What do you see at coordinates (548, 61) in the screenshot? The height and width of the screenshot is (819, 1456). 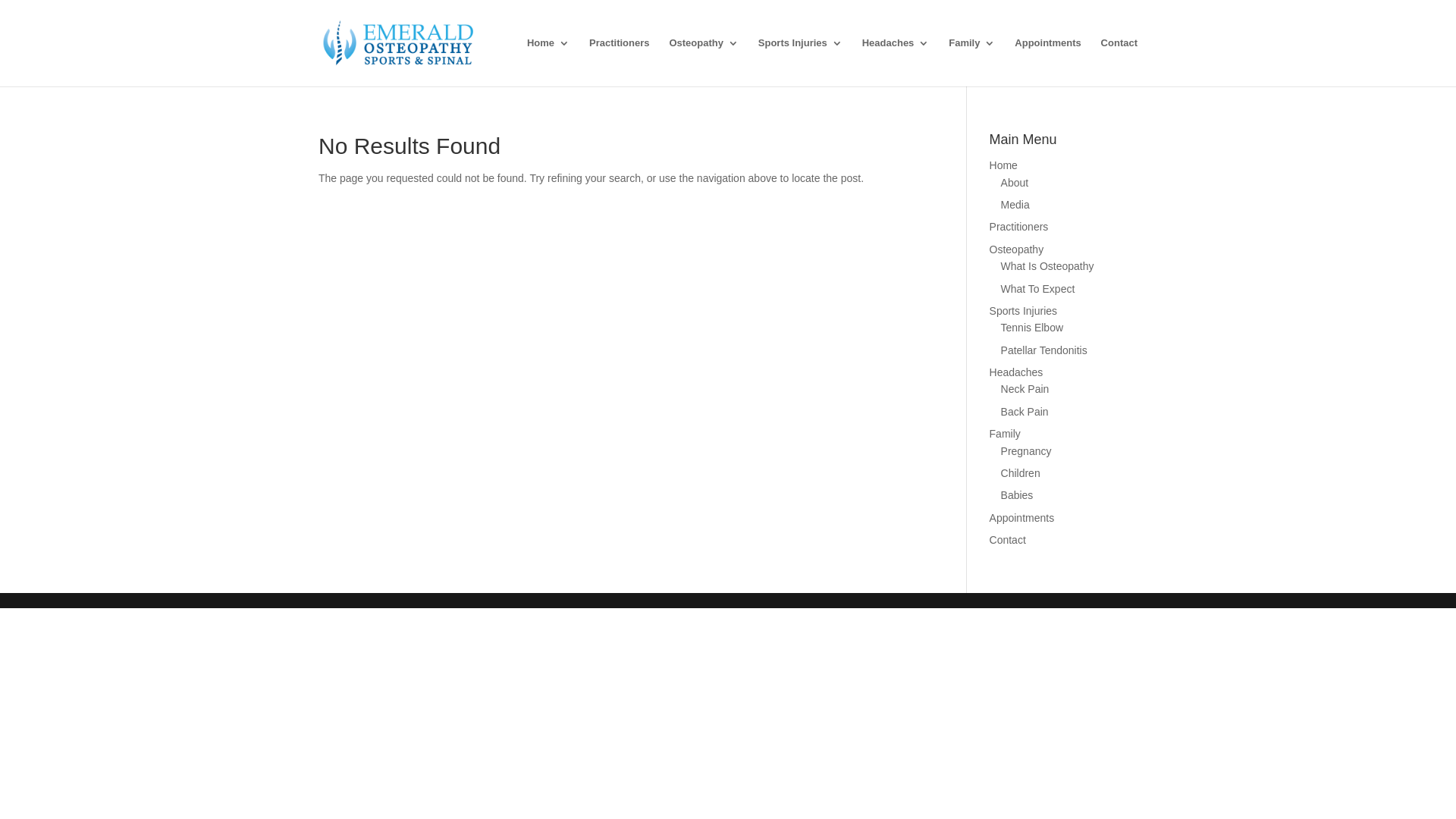 I see `'Home'` at bounding box center [548, 61].